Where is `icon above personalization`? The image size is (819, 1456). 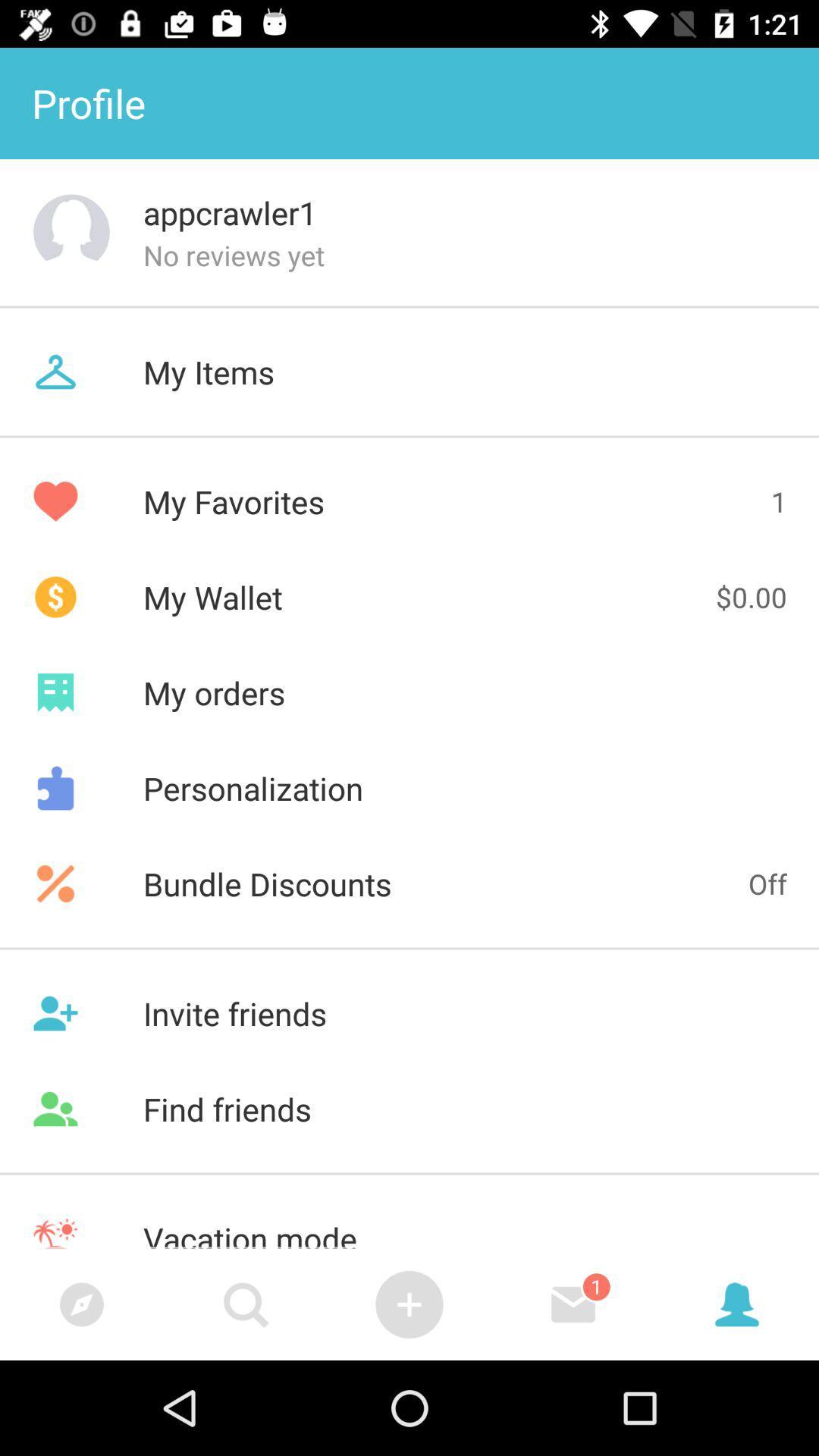
icon above personalization is located at coordinates (409, 692).